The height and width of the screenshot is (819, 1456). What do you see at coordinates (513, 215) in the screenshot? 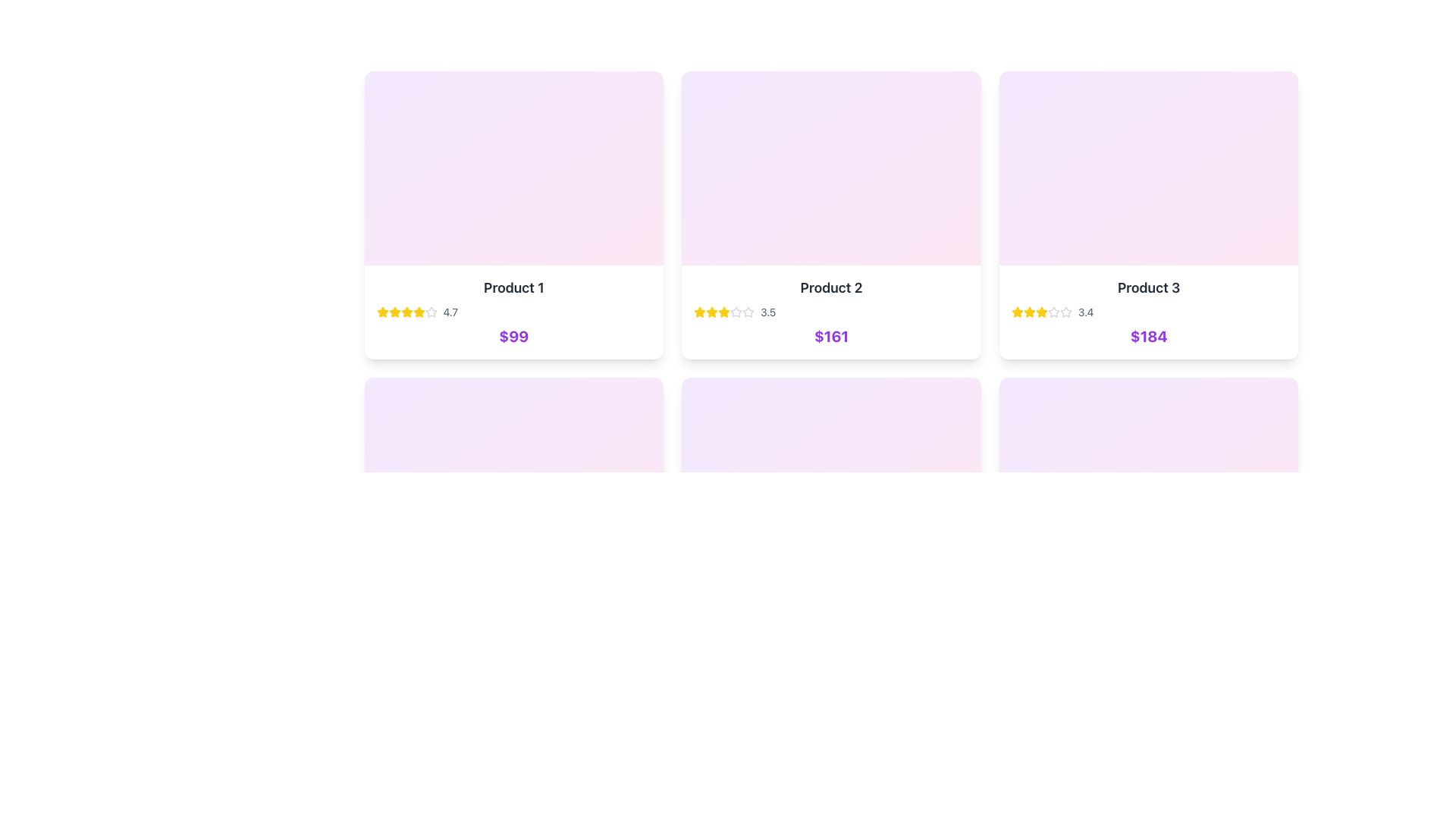
I see `the product card located at the top-left corner of the grid layout` at bounding box center [513, 215].